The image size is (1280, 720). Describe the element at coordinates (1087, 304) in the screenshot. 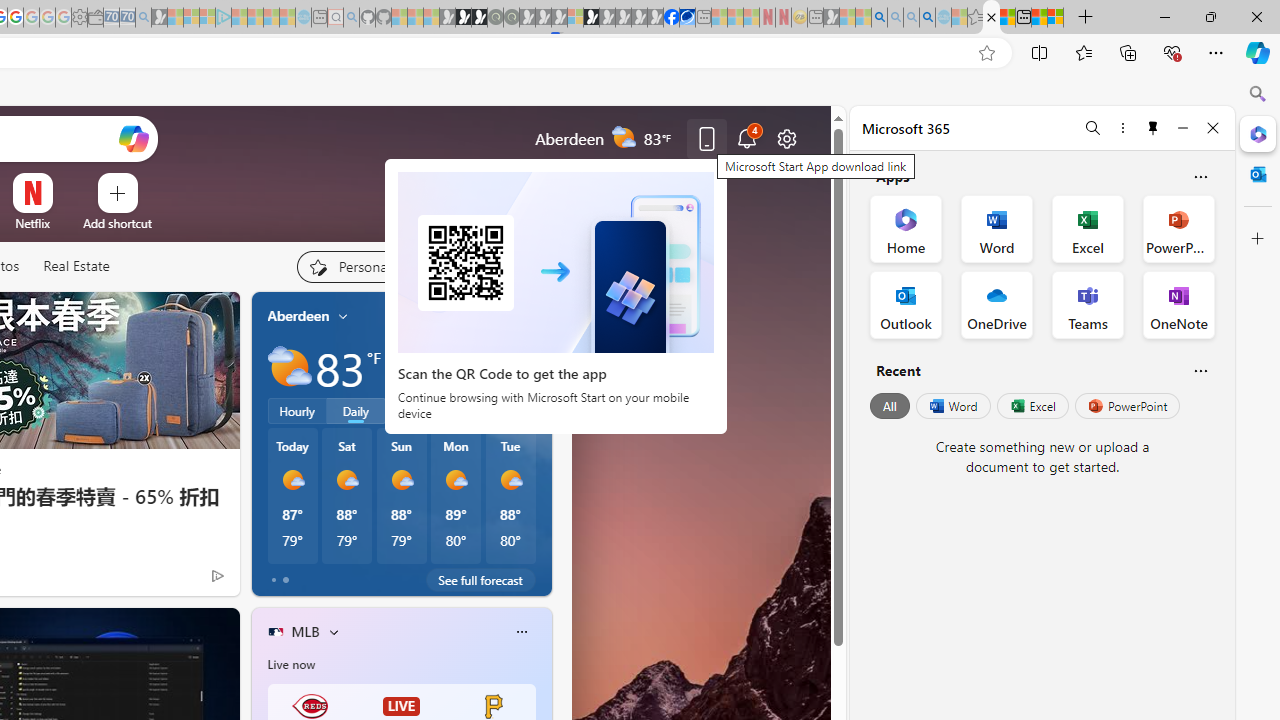

I see `'Teams Office App'` at that location.